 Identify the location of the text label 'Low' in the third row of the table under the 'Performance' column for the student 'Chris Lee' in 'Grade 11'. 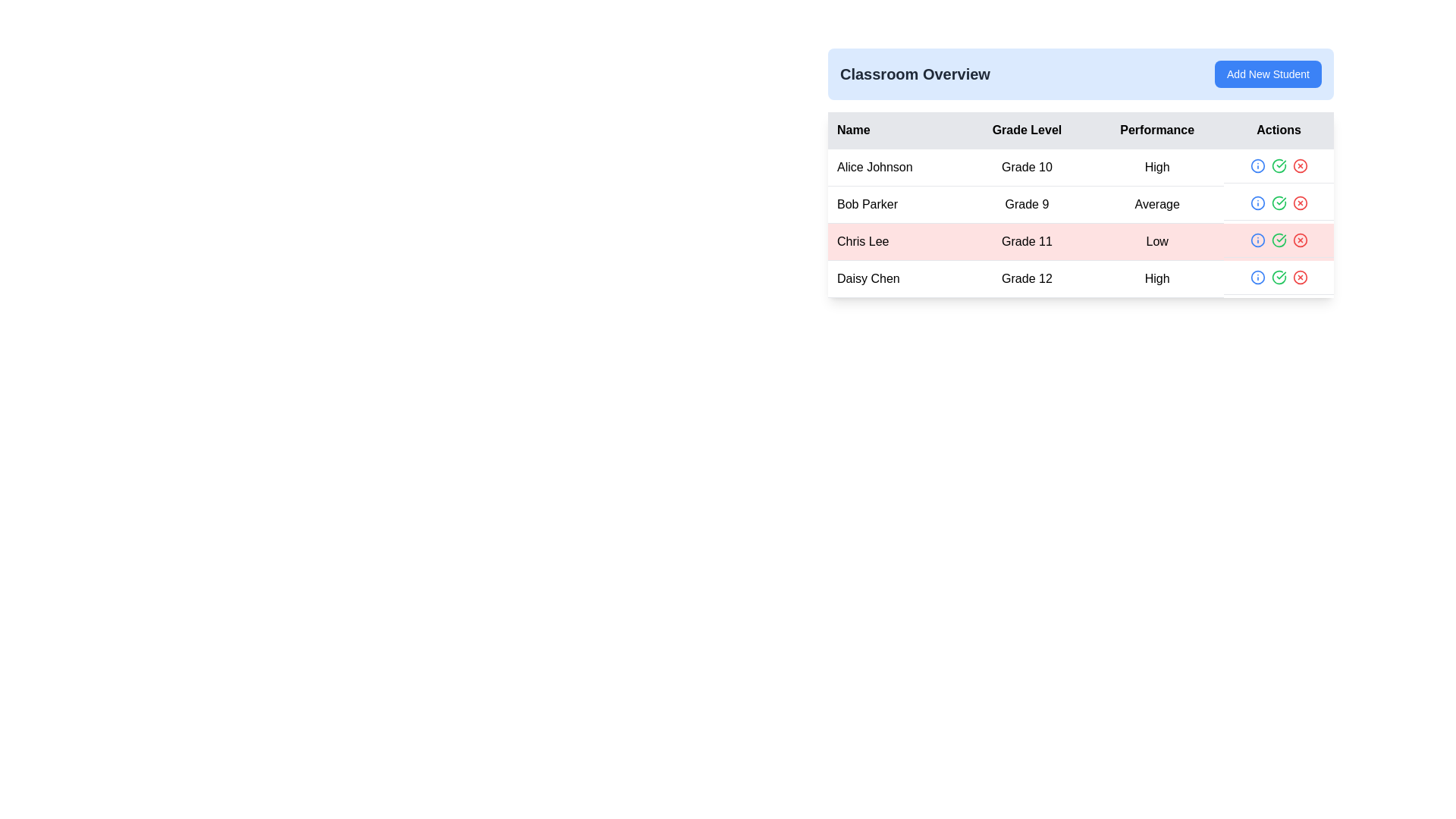
(1156, 241).